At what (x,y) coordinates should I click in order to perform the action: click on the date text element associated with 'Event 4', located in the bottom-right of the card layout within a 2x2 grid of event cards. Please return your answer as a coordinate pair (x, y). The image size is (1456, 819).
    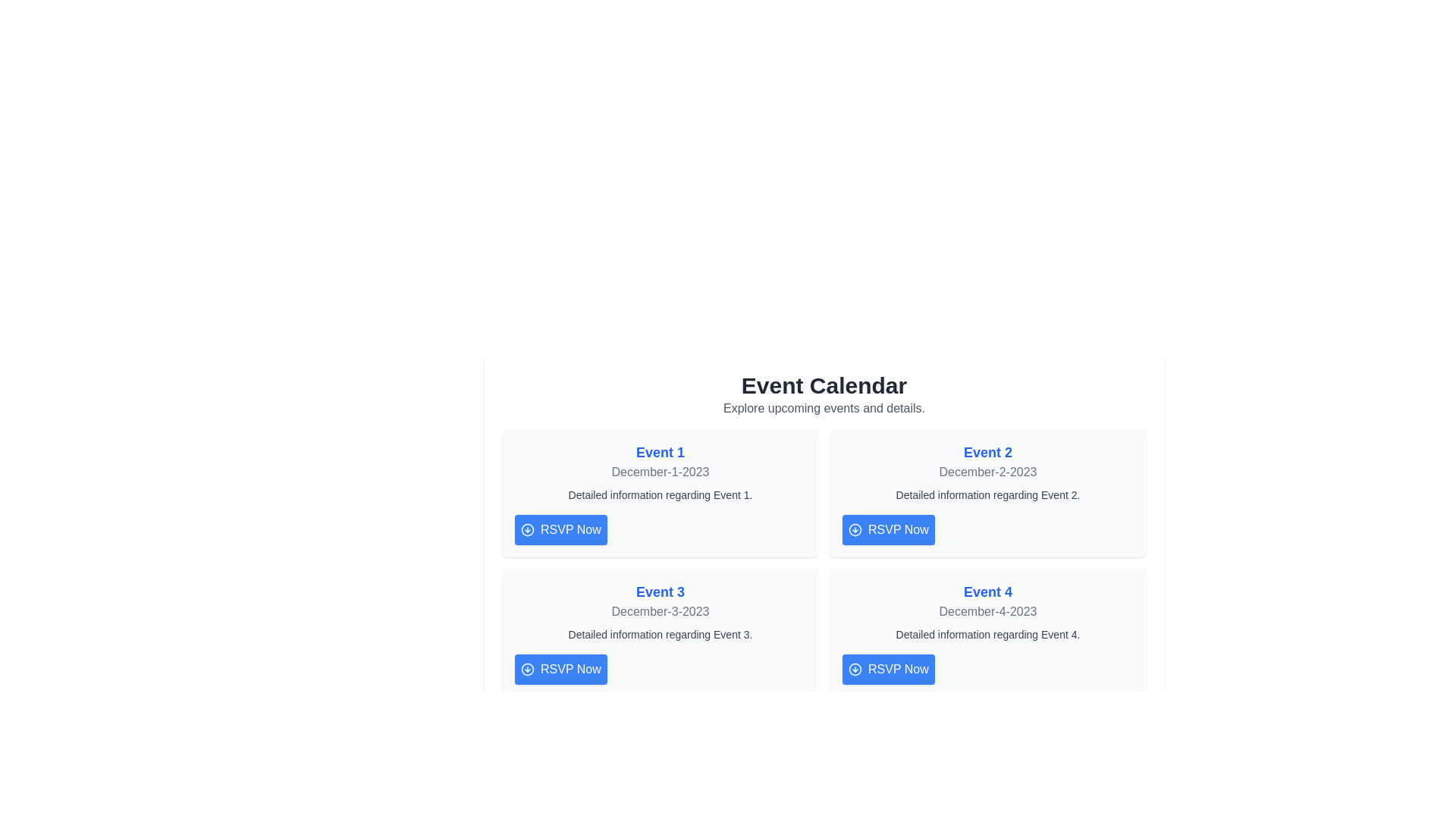
    Looking at the image, I should click on (987, 610).